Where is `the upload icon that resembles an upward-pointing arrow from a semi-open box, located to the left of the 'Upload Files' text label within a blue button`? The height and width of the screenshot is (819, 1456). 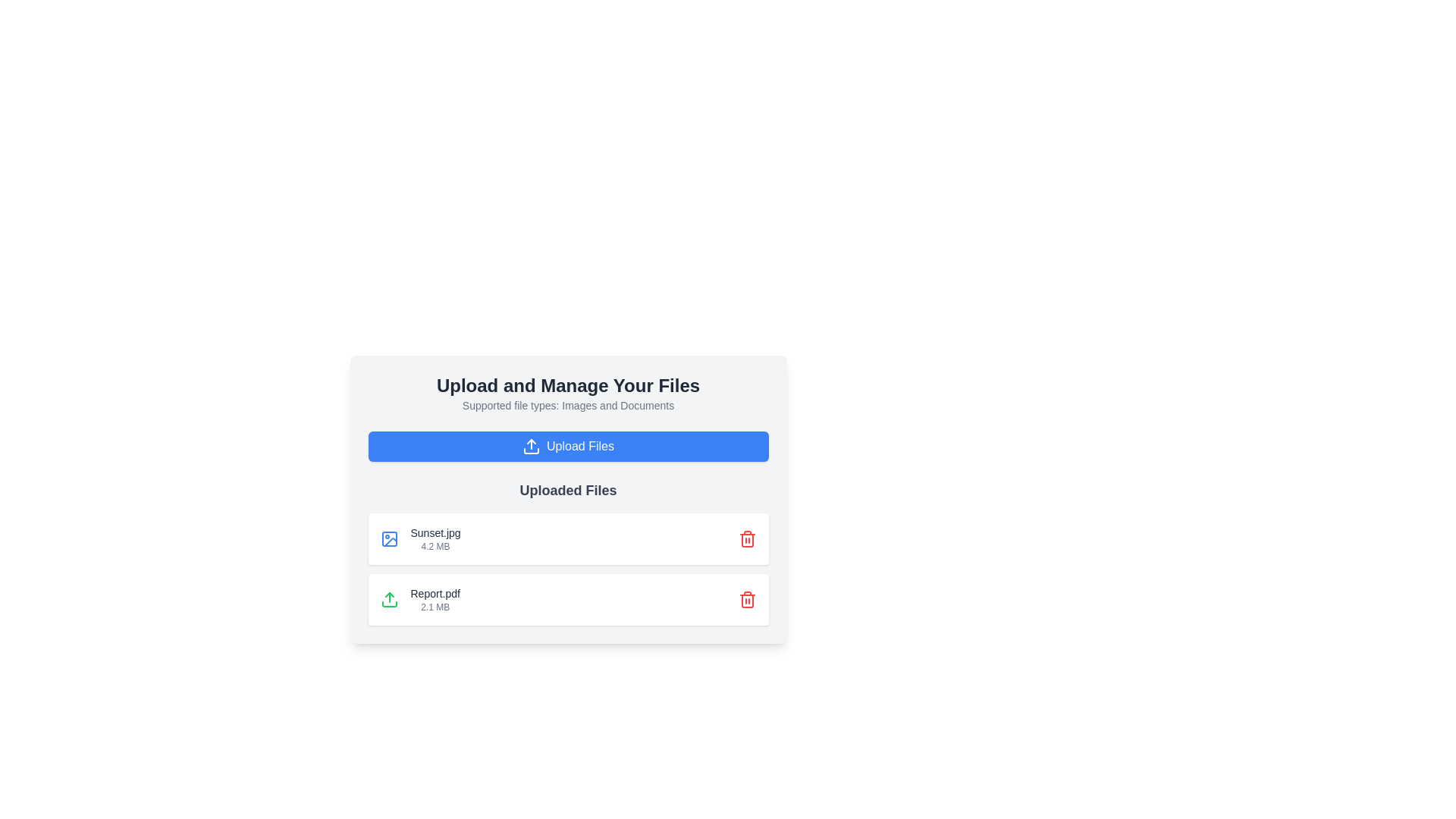 the upload icon that resembles an upward-pointing arrow from a semi-open box, located to the left of the 'Upload Files' text label within a blue button is located at coordinates (531, 446).